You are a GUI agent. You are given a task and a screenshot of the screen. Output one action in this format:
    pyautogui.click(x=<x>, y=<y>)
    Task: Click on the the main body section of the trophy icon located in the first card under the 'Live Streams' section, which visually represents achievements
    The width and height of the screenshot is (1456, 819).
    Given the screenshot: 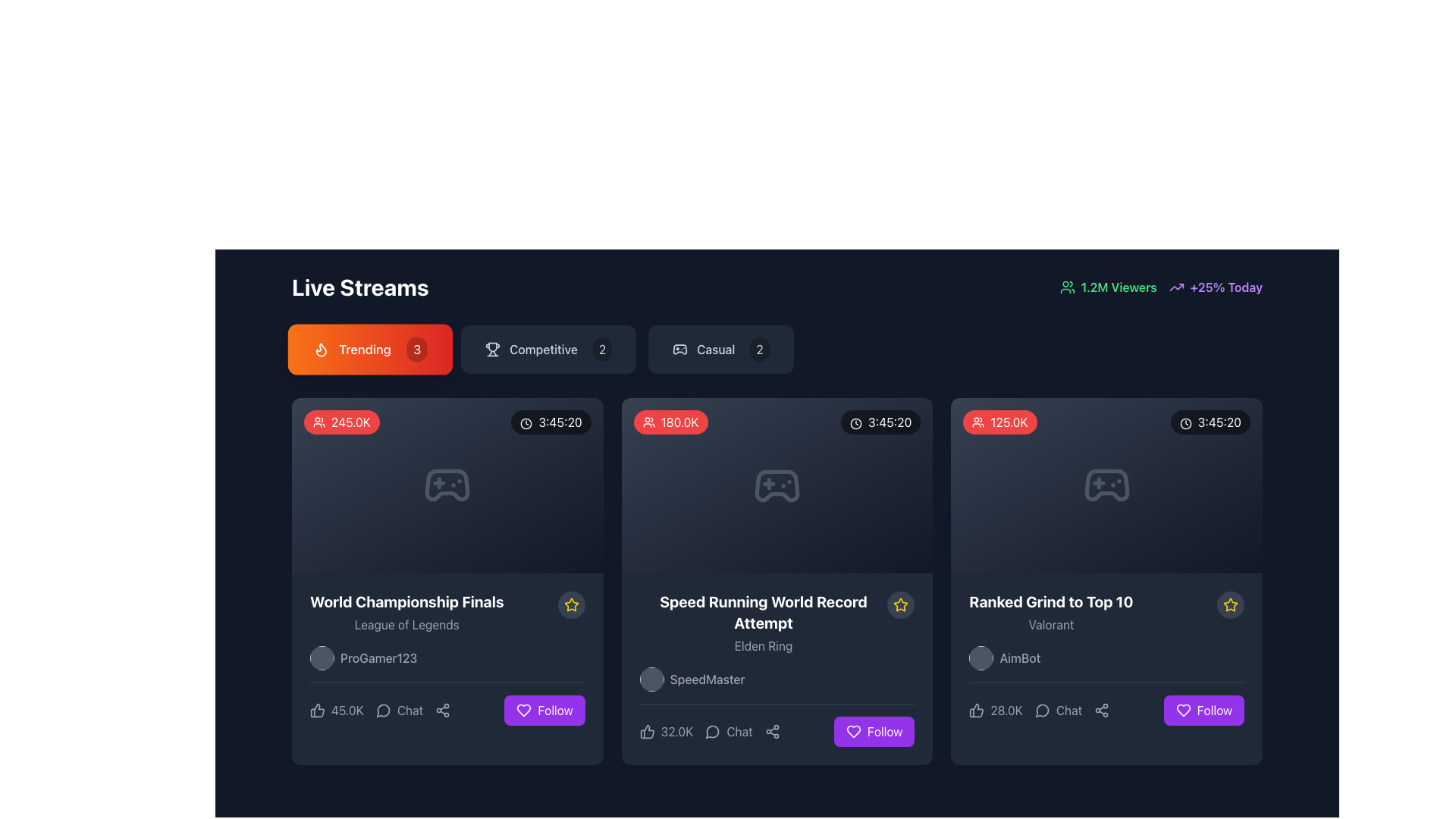 What is the action you would take?
    pyautogui.click(x=493, y=347)
    